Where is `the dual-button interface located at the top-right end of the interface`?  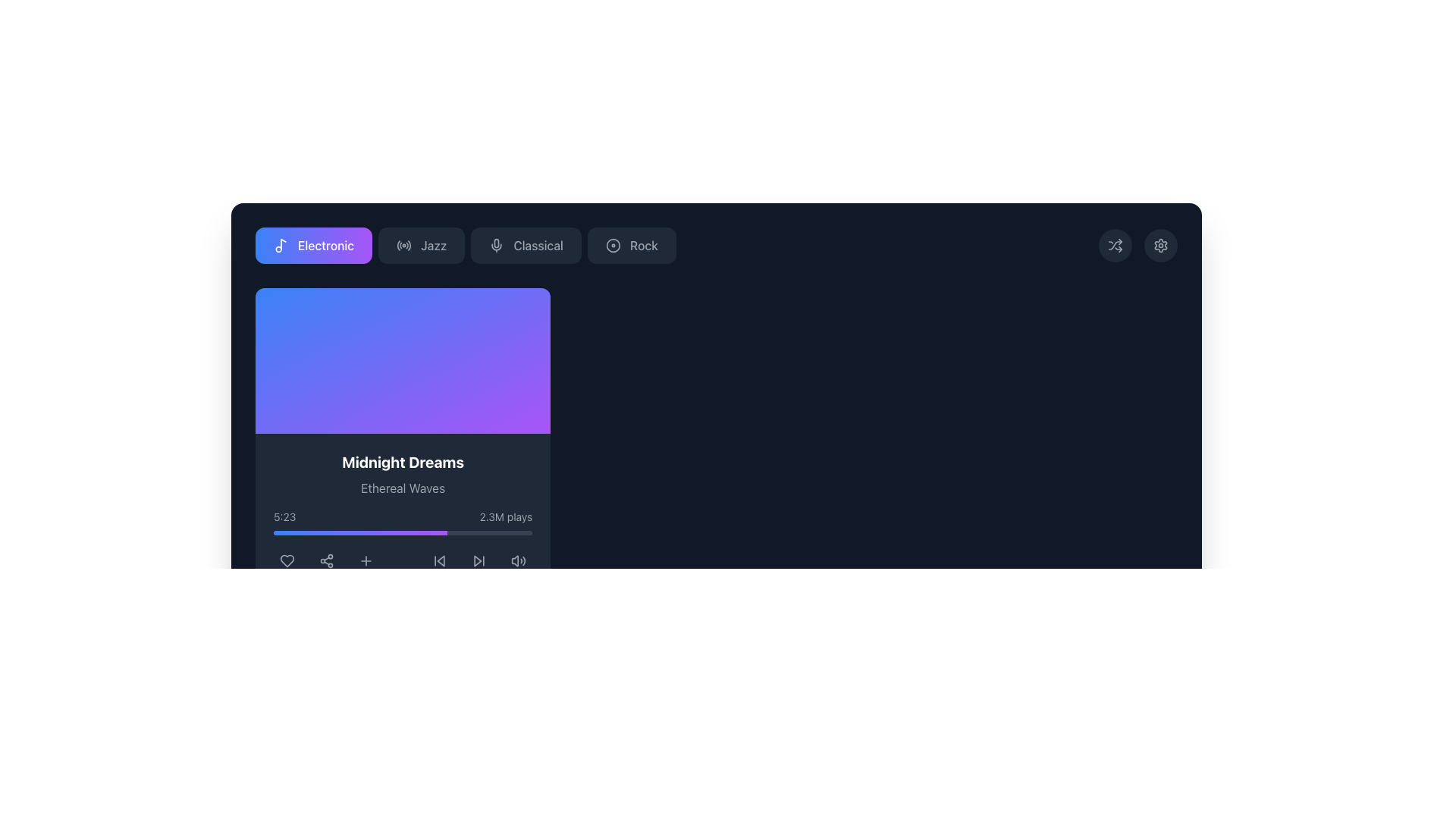
the dual-button interface located at the top-right end of the interface is located at coordinates (1138, 245).